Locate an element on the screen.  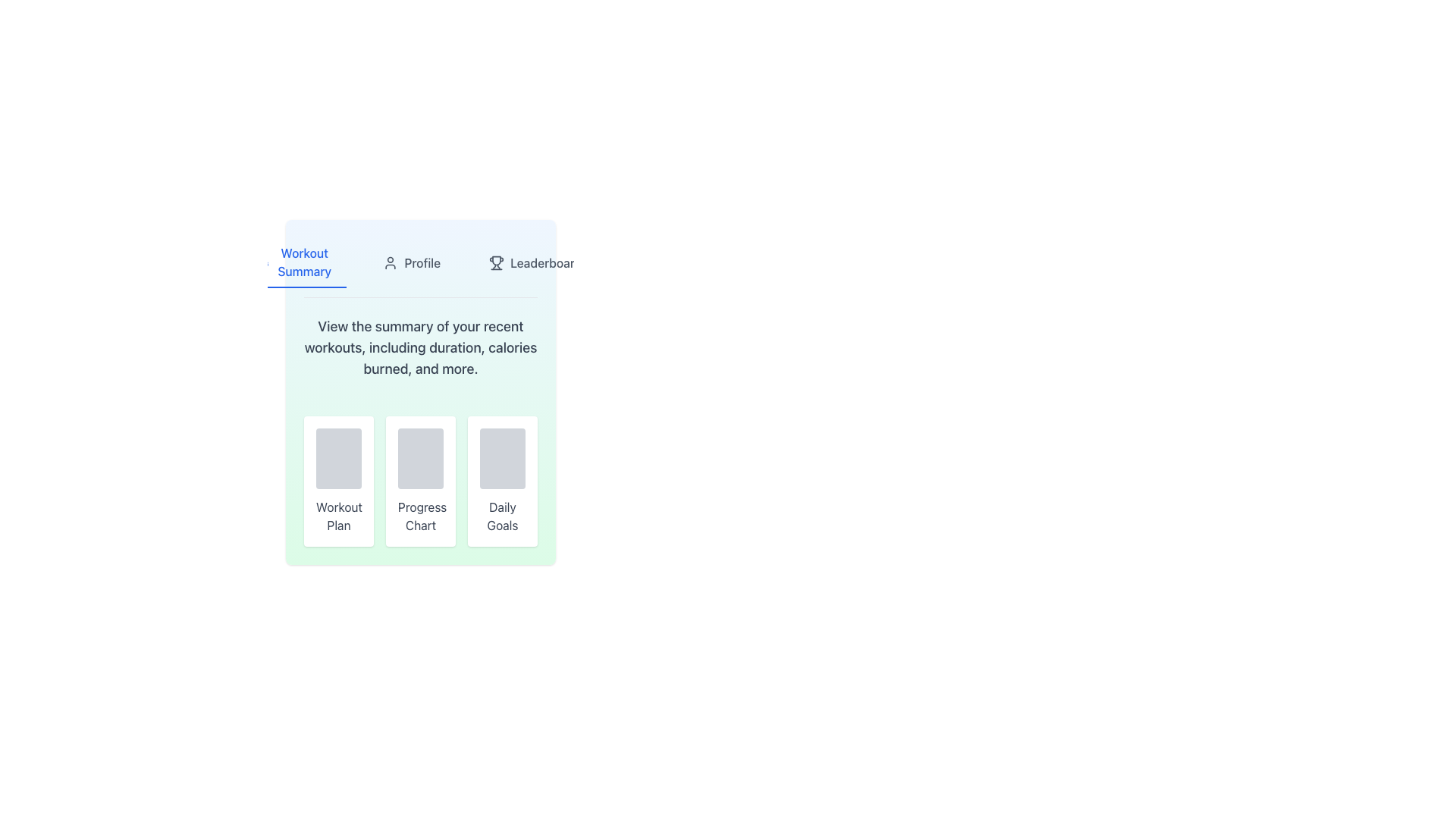
the stylized trophy icon located in the header section, associated with the 'Leaderboard' text, which is positioned to the right of the 'Profile' icon is located at coordinates (497, 260).